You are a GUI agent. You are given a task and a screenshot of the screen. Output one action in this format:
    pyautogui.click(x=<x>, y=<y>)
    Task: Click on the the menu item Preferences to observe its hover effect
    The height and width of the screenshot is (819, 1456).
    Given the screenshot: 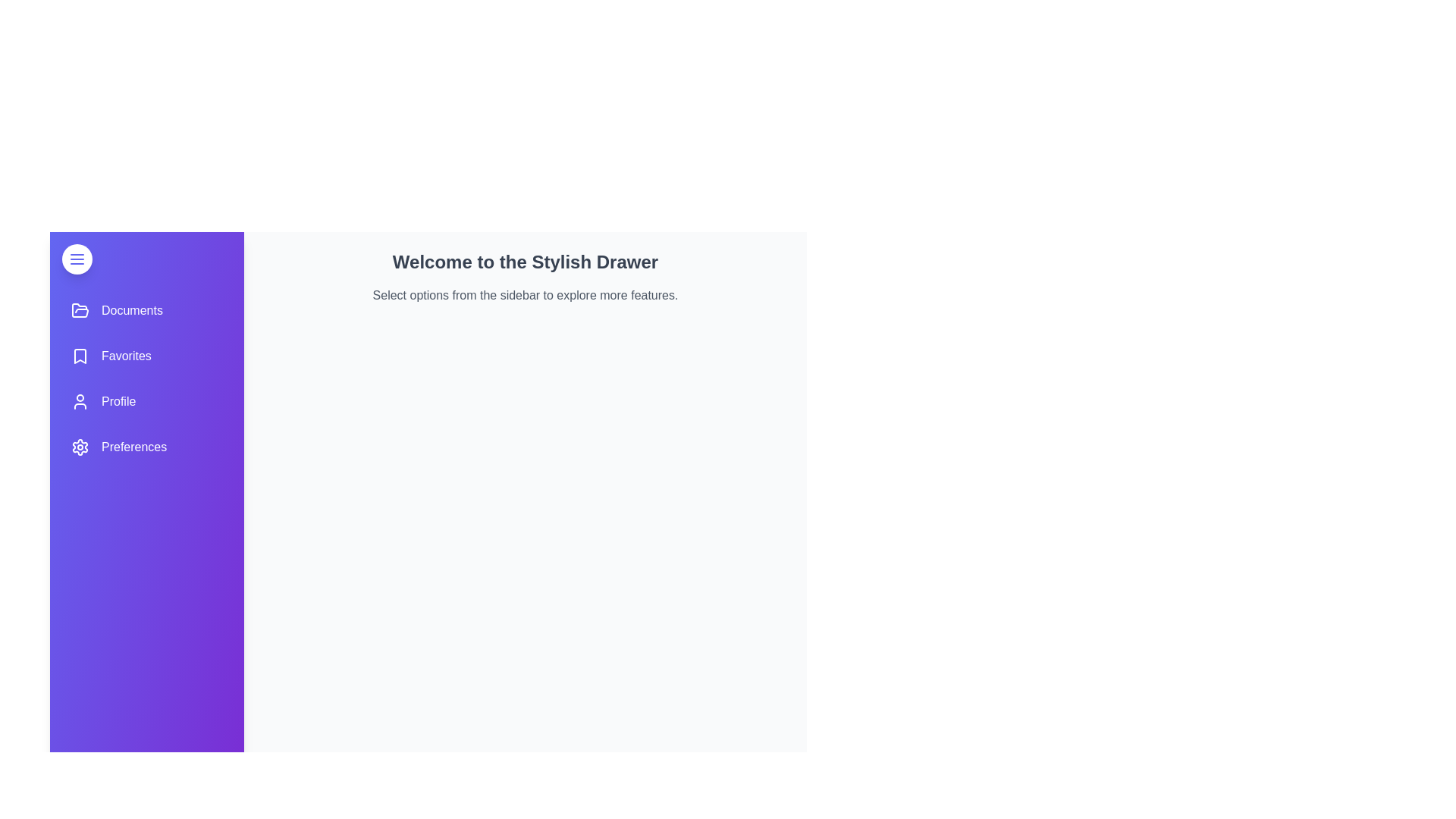 What is the action you would take?
    pyautogui.click(x=146, y=447)
    